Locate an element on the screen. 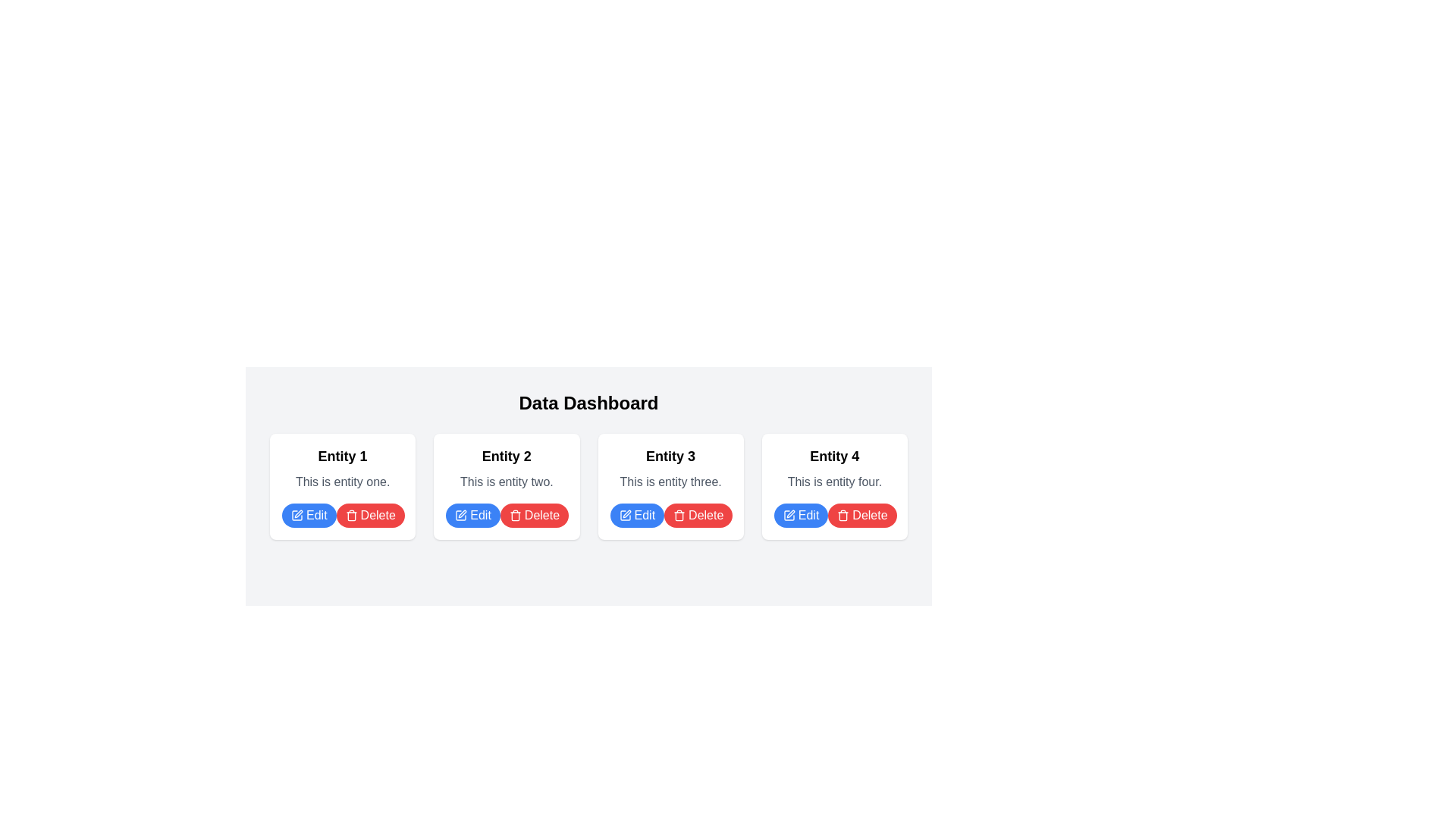 The image size is (1456, 819). the pen icon located inside the blue 'Edit' button for 'Entity 3' on the dashboard is located at coordinates (625, 514).